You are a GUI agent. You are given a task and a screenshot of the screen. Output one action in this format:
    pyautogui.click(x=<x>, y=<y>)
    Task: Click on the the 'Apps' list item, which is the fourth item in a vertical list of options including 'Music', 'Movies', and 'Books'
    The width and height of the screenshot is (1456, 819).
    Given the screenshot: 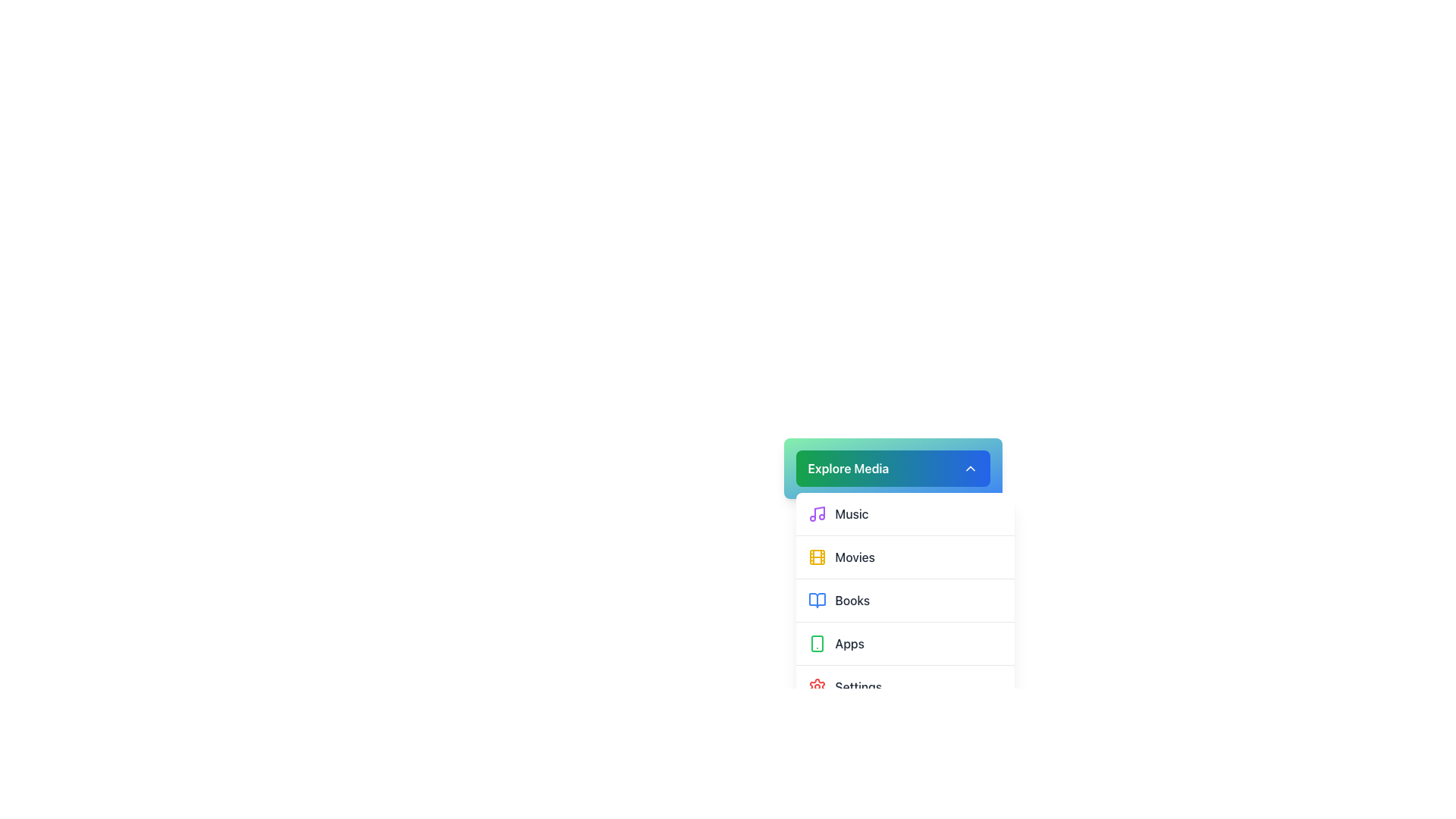 What is the action you would take?
    pyautogui.click(x=905, y=643)
    